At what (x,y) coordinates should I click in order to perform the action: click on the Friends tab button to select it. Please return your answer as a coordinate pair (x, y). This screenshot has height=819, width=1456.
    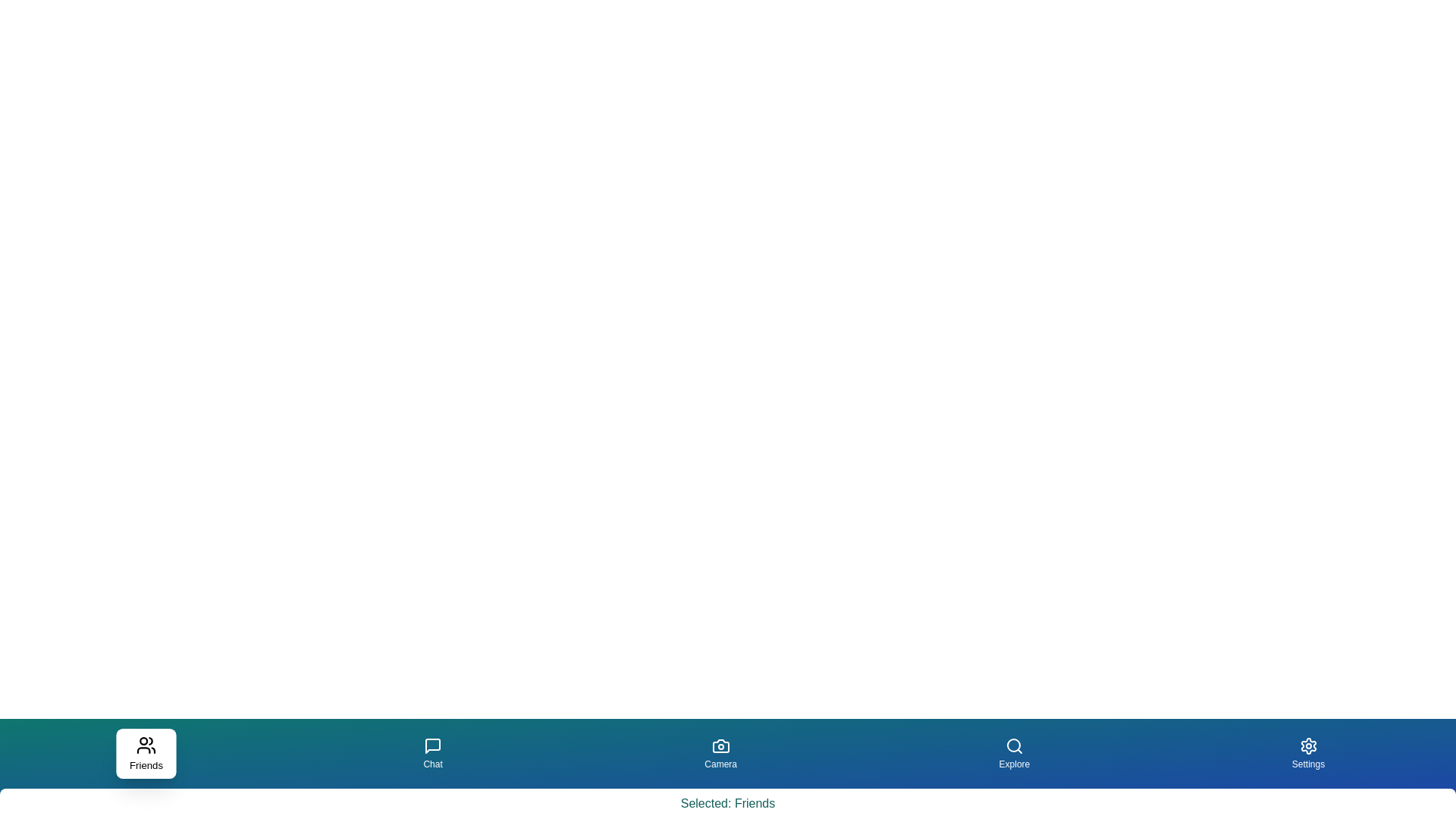
    Looking at the image, I should click on (146, 754).